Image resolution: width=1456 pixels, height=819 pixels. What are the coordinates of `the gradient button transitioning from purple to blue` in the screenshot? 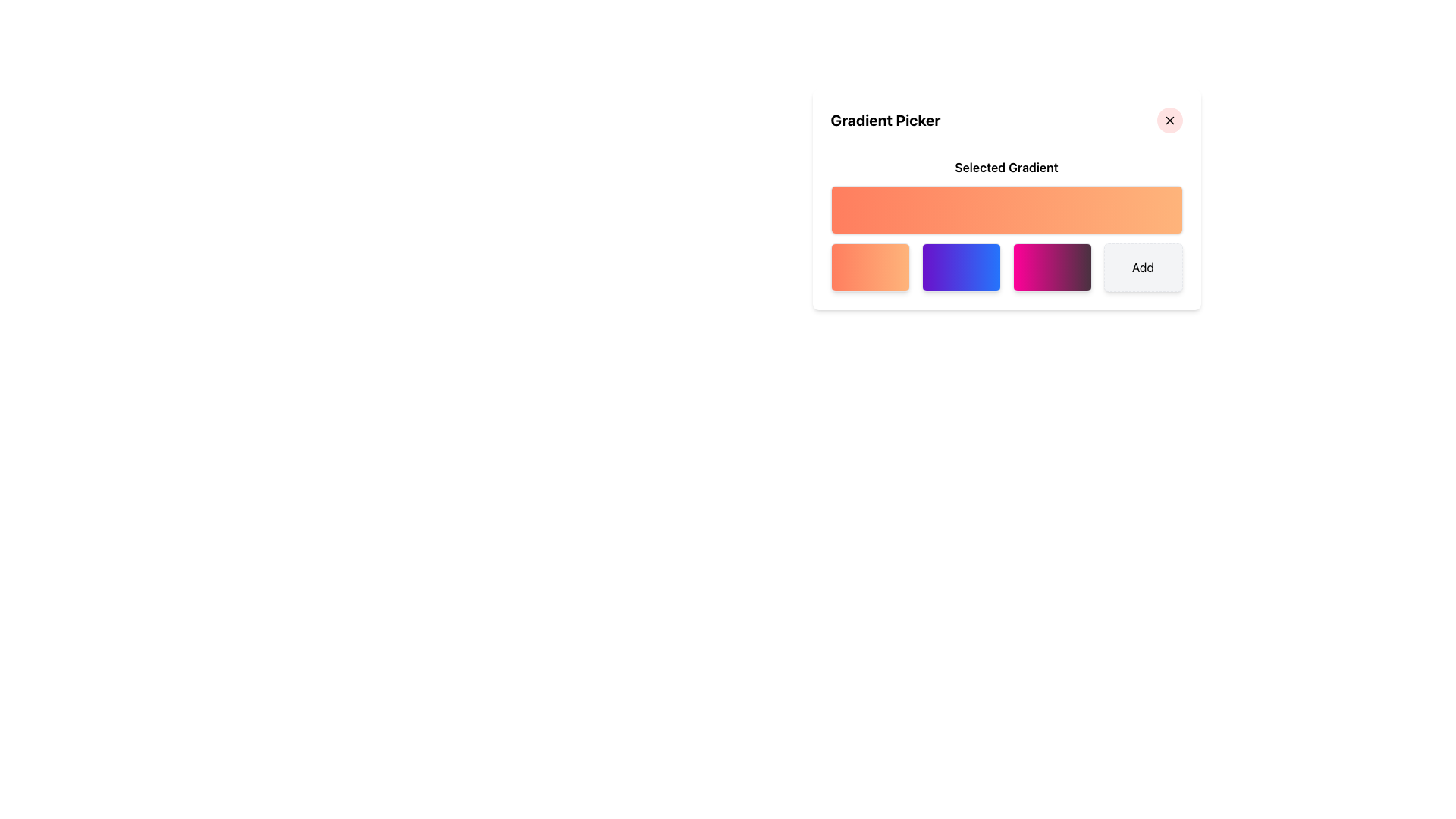 It's located at (960, 267).